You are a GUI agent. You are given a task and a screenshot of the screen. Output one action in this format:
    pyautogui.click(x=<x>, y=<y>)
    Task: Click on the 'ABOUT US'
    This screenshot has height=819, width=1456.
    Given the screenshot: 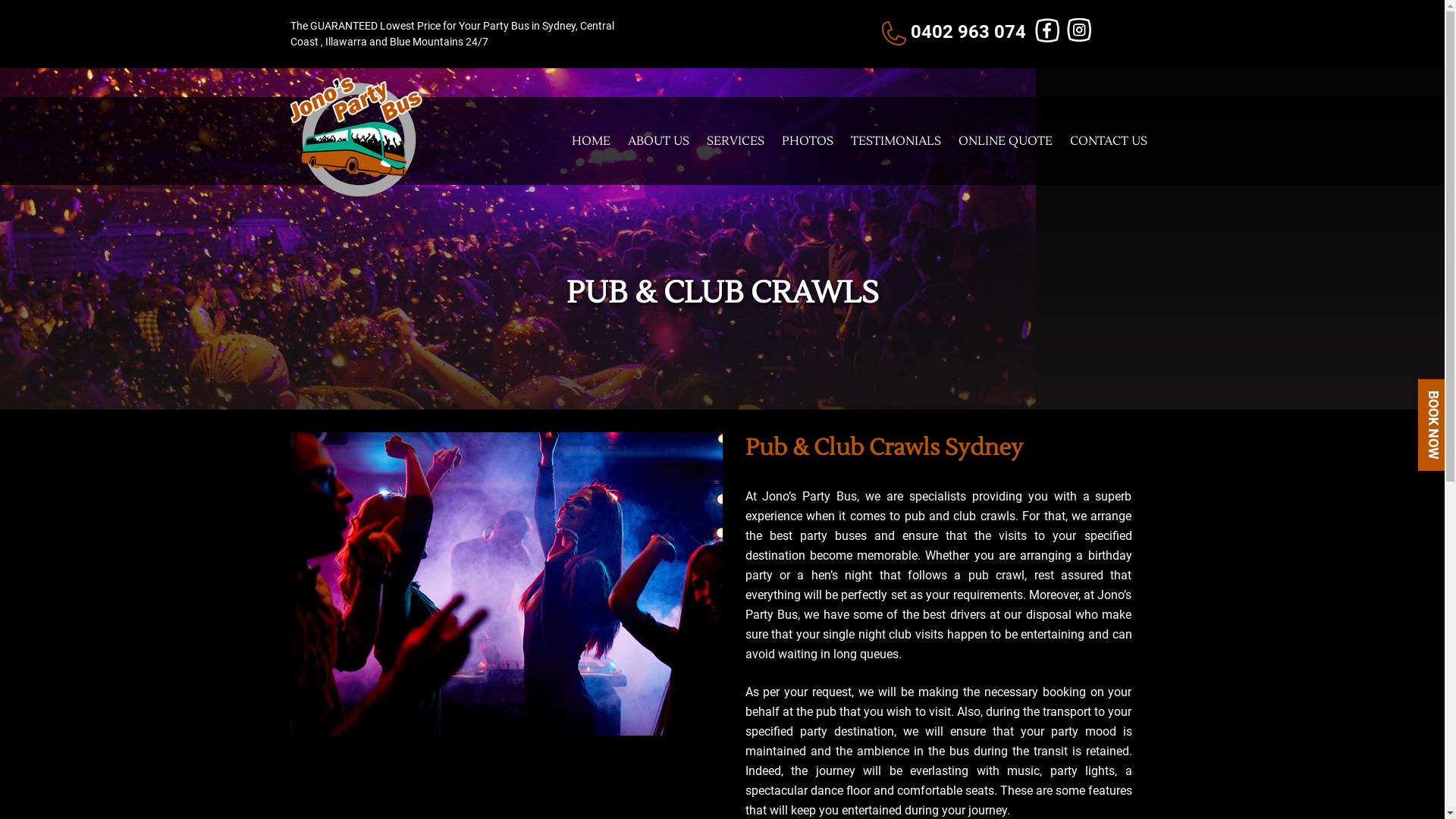 What is the action you would take?
    pyautogui.click(x=658, y=140)
    